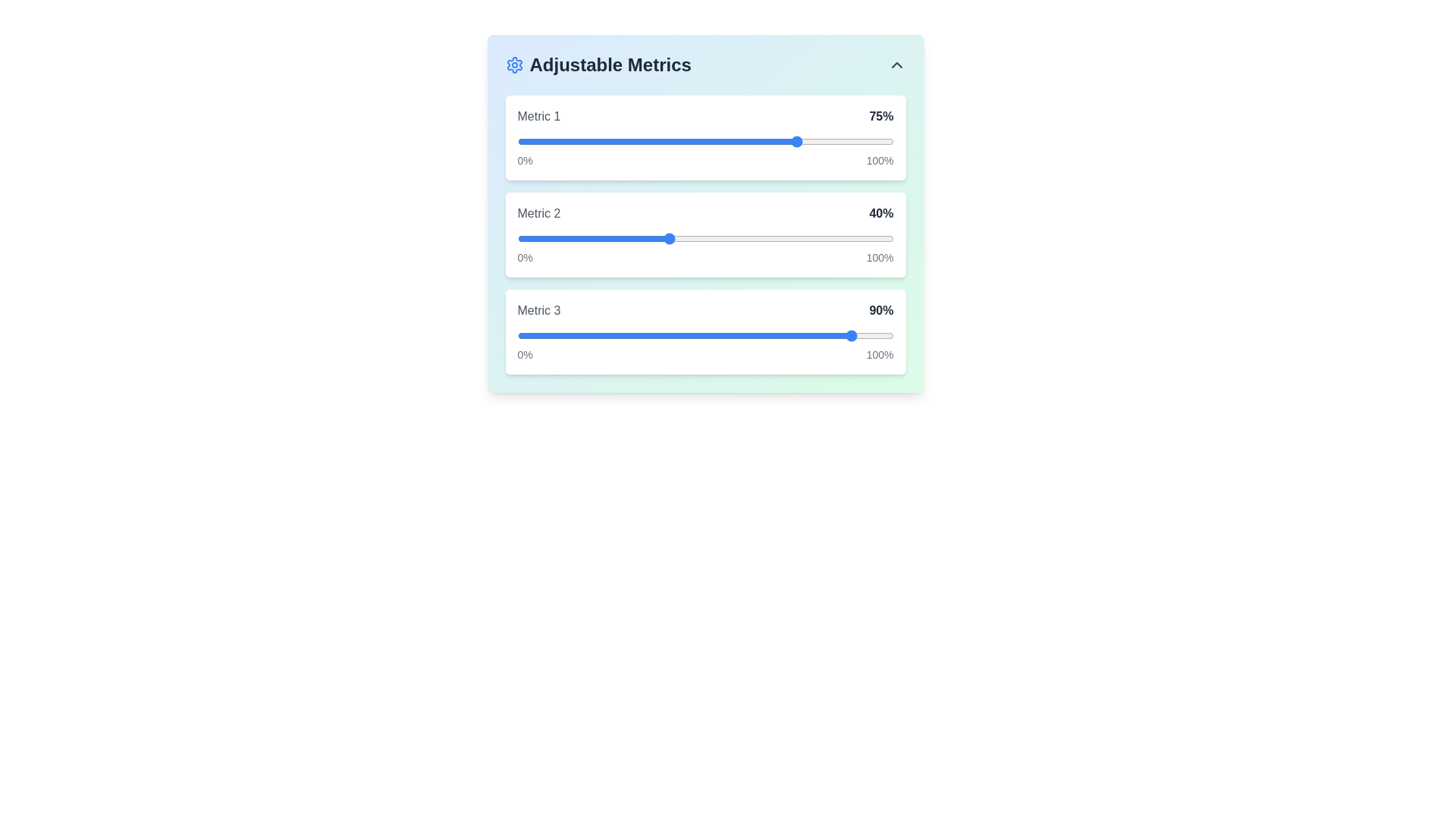  Describe the element at coordinates (603, 239) in the screenshot. I see `Metric 2 value` at that location.